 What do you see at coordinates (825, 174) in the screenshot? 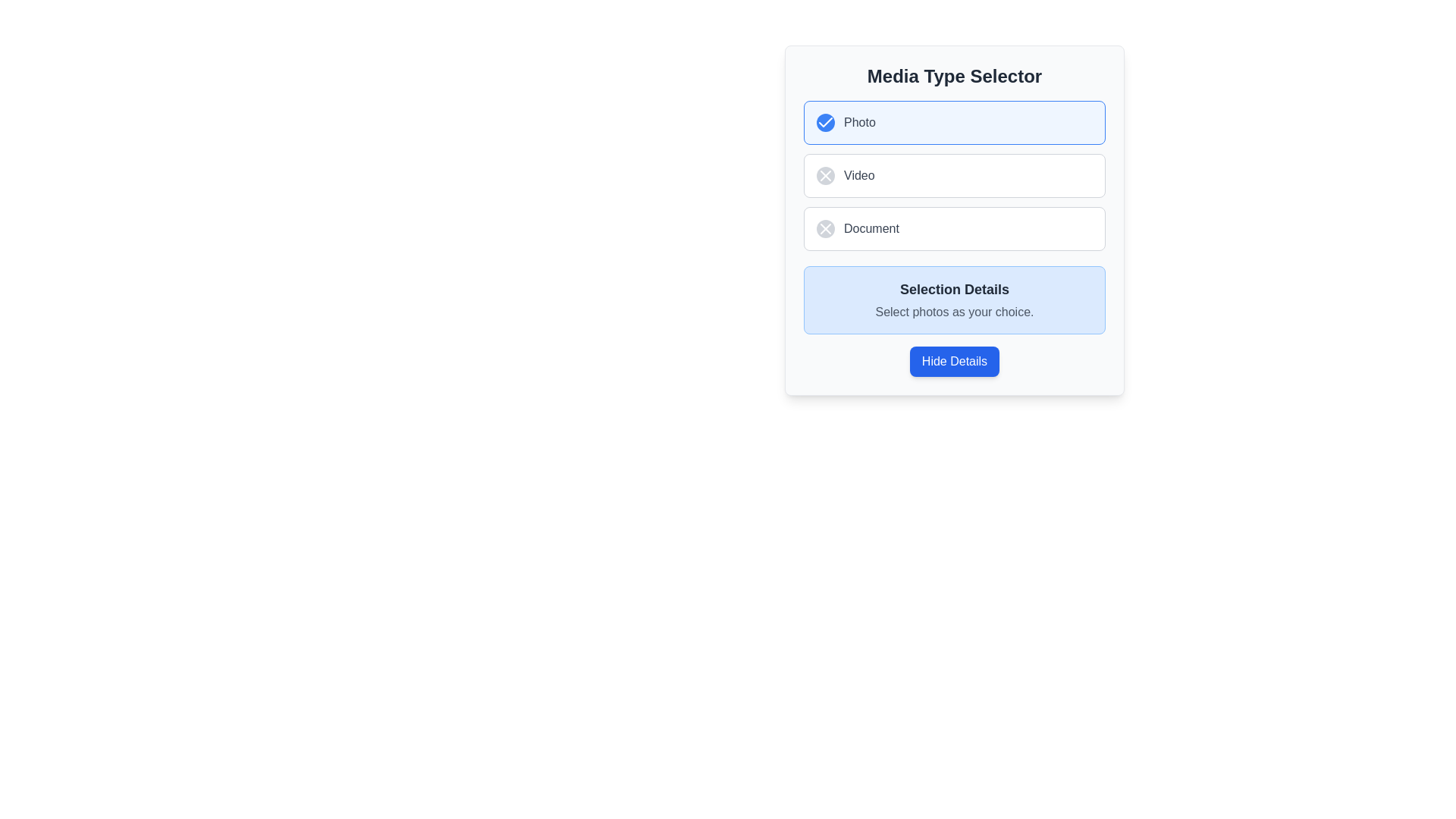
I see `the icon representing an unselected or disabled state in the top-right of the 'Video' selection row` at bounding box center [825, 174].